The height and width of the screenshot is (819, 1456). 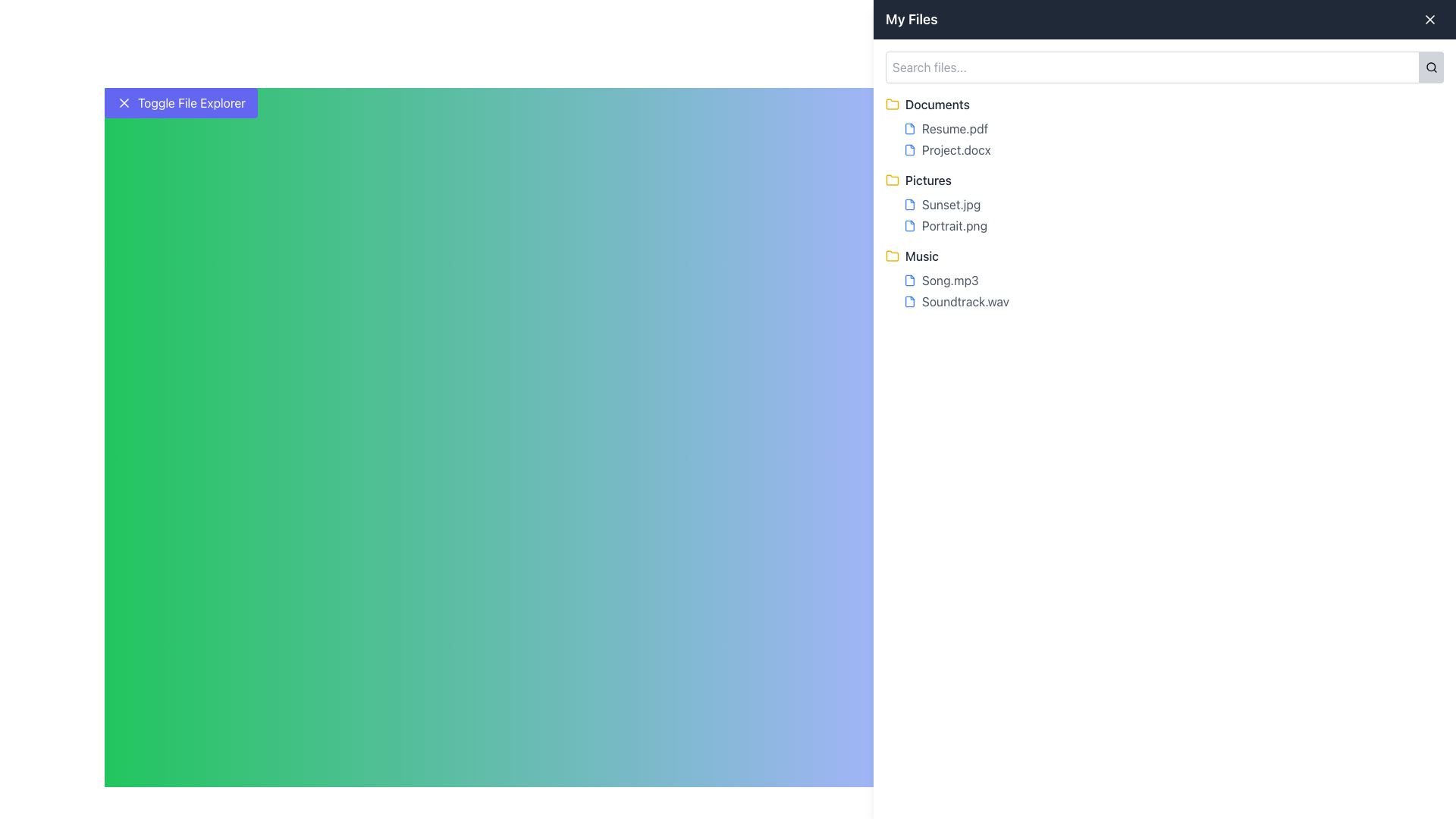 What do you see at coordinates (910, 301) in the screenshot?
I see `the Soundtrack.wav file icon located in the Music folder` at bounding box center [910, 301].